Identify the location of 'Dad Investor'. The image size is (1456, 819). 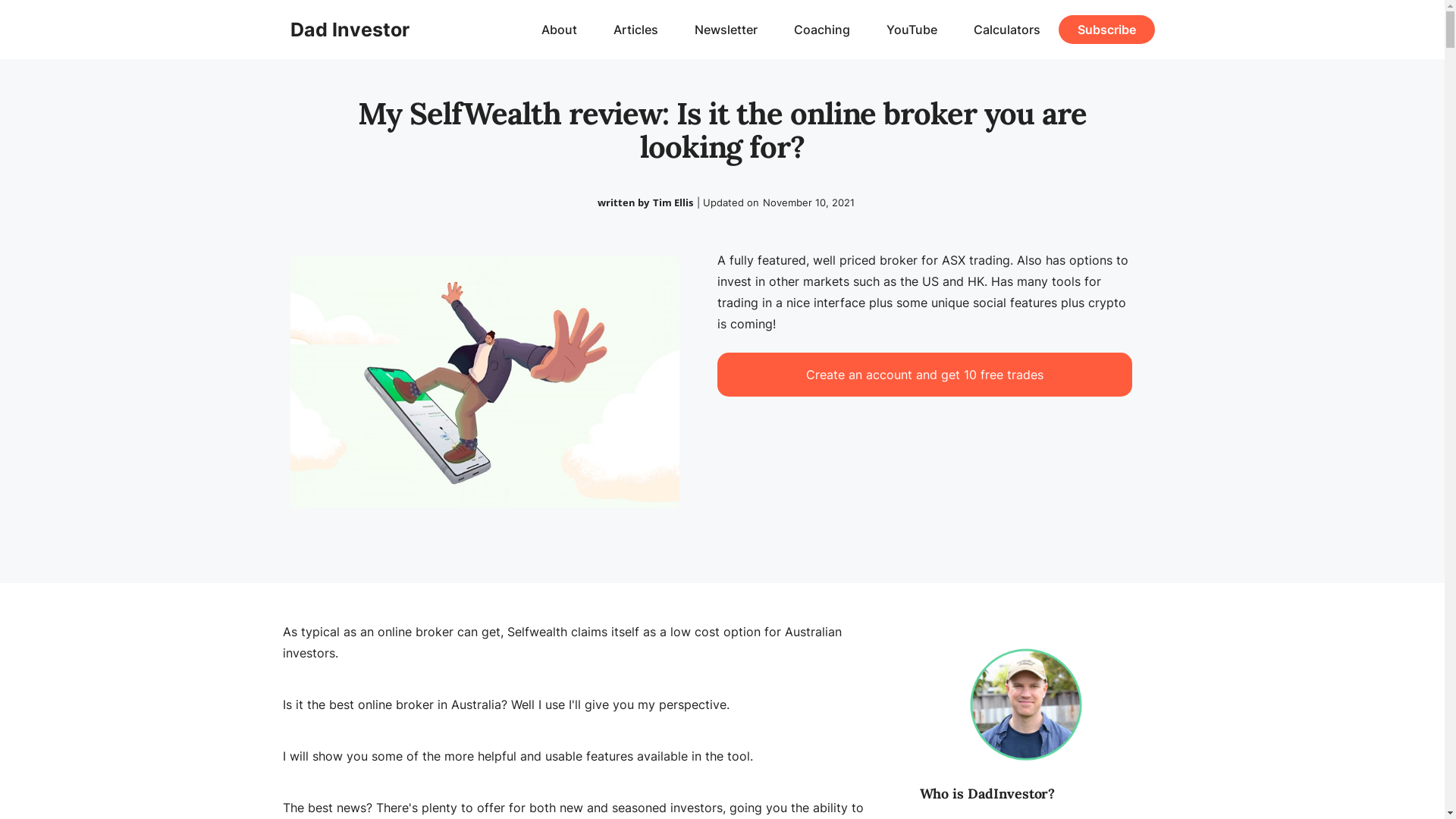
(348, 29).